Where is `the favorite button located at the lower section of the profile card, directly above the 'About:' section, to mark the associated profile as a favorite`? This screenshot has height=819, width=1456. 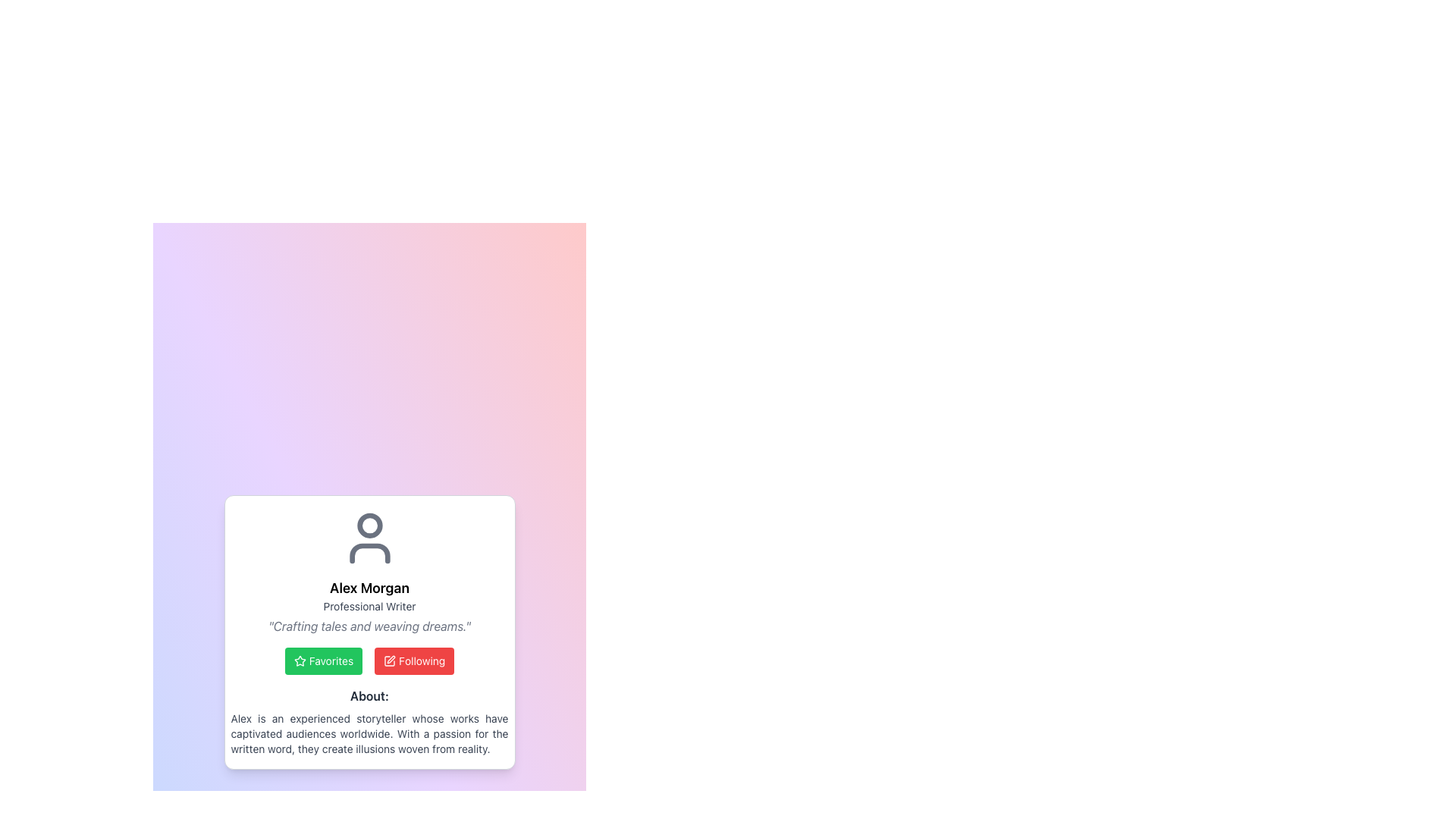 the favorite button located at the lower section of the profile card, directly above the 'About:' section, to mark the associated profile as a favorite is located at coordinates (323, 660).